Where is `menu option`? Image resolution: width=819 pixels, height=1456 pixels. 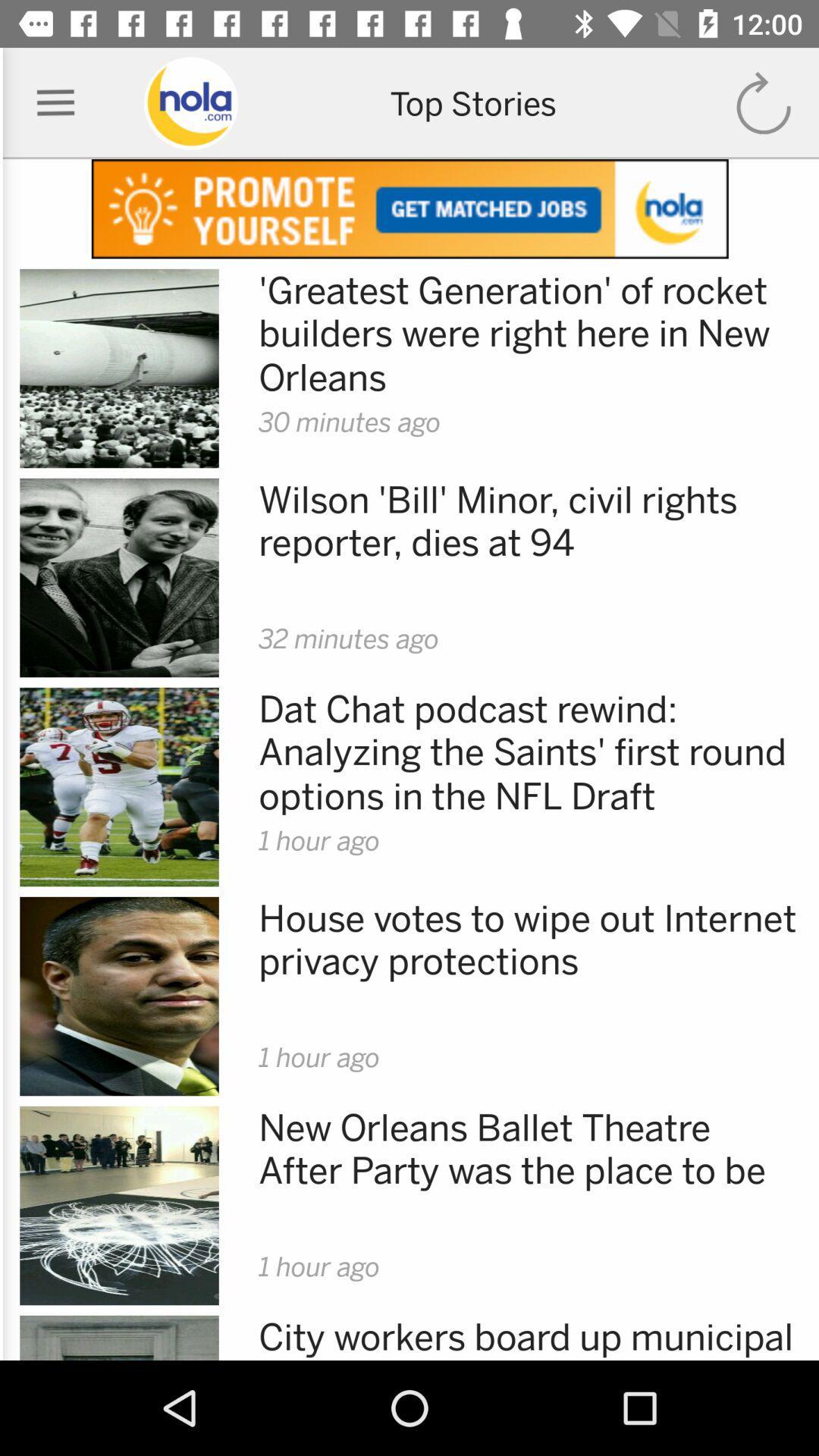
menu option is located at coordinates (55, 102).